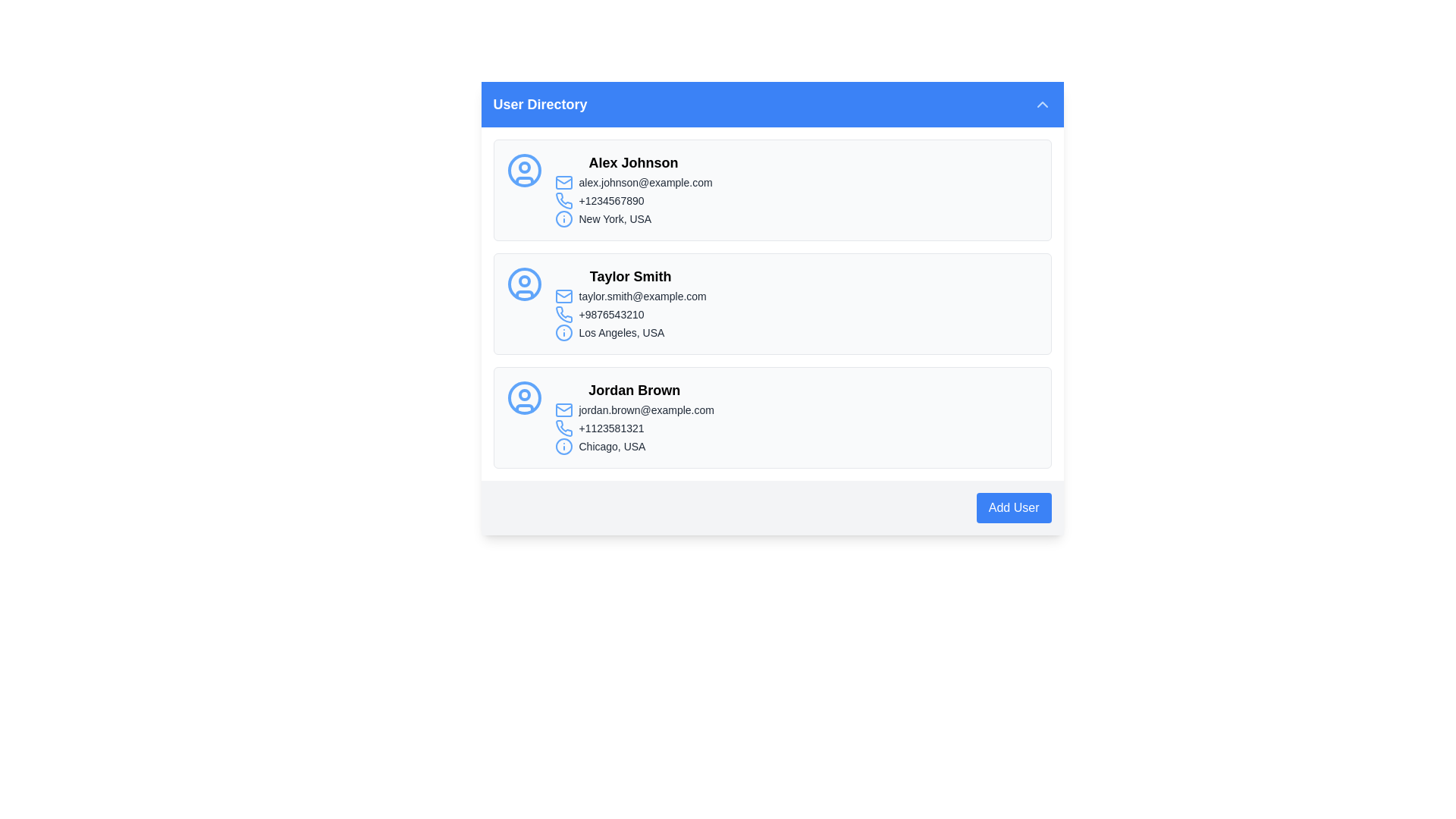 This screenshot has width=1456, height=819. Describe the element at coordinates (633, 163) in the screenshot. I see `the interactive text label displaying 'Alex Johnson' at the top of the user card` at that location.